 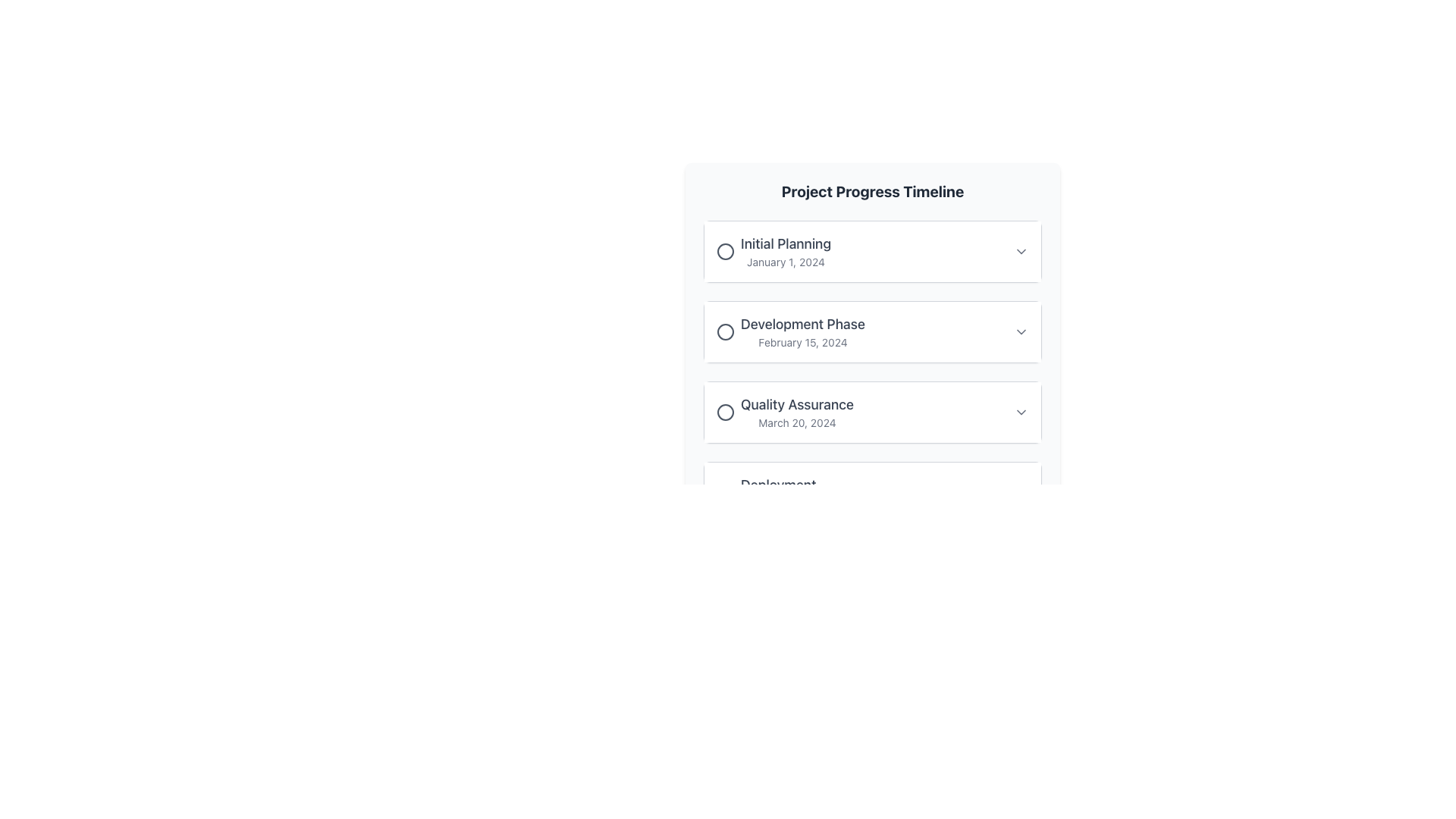 What do you see at coordinates (1021, 331) in the screenshot?
I see `the dropdown toggle icon located at the right end of the 'Development Phase February 15, 2024' section` at bounding box center [1021, 331].